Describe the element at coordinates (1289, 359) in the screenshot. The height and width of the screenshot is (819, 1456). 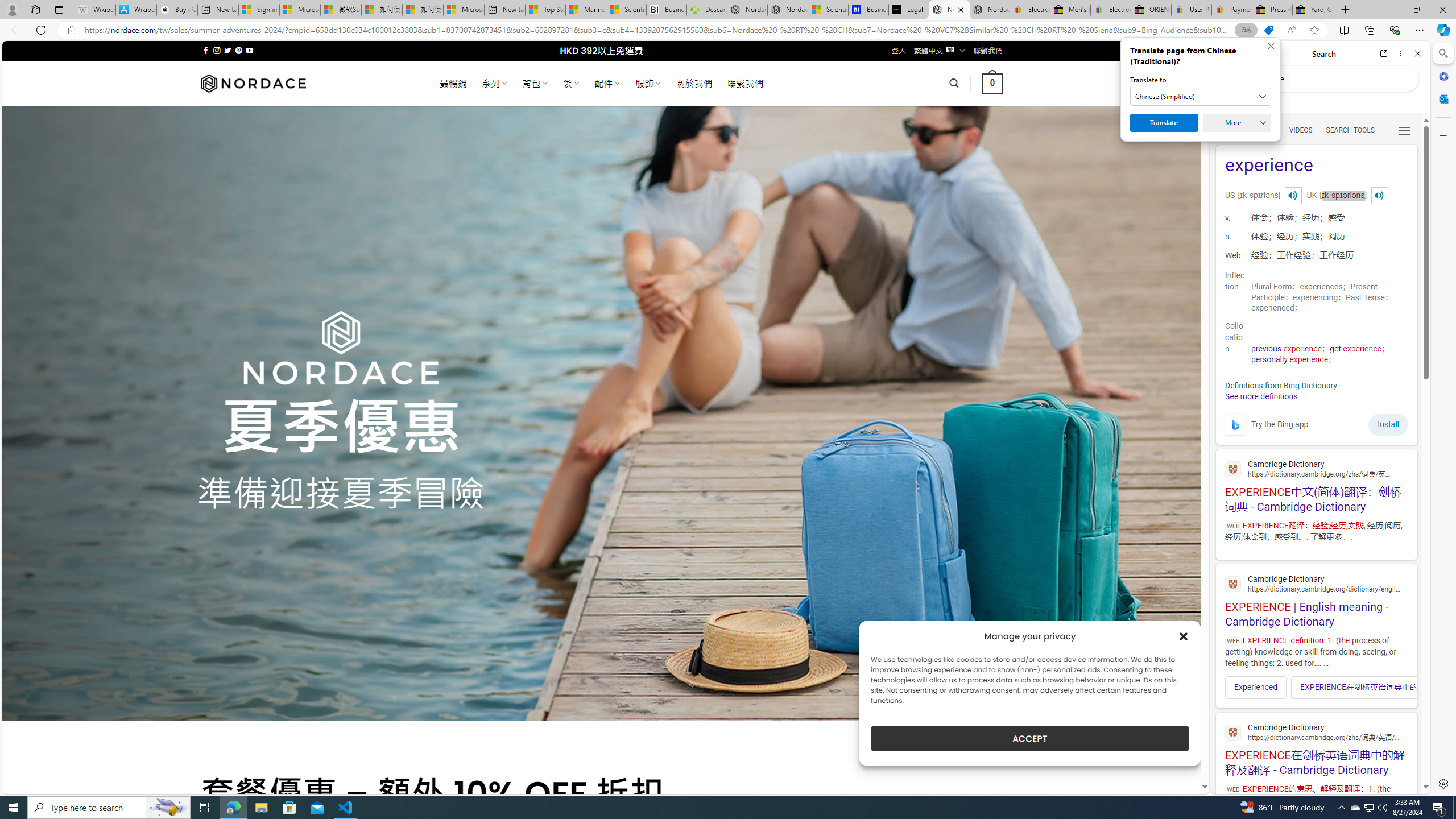
I see `'personally experience'` at that location.